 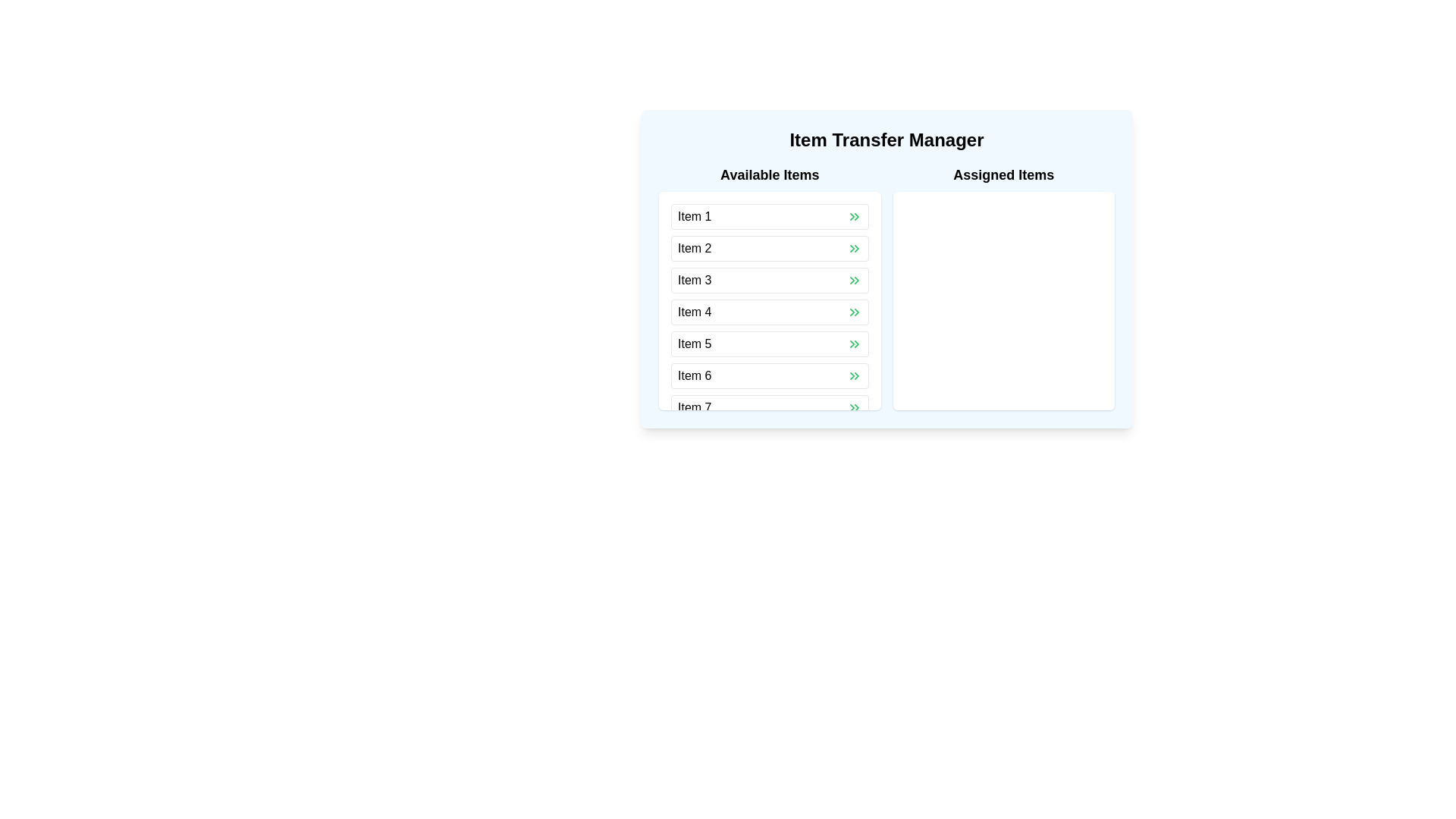 I want to click on the green chevron button located to the right of 'Item 1' in the 'Available Items' list of the 'Item Transfer Manager' interface to change its color for visual feedback, so click(x=854, y=216).